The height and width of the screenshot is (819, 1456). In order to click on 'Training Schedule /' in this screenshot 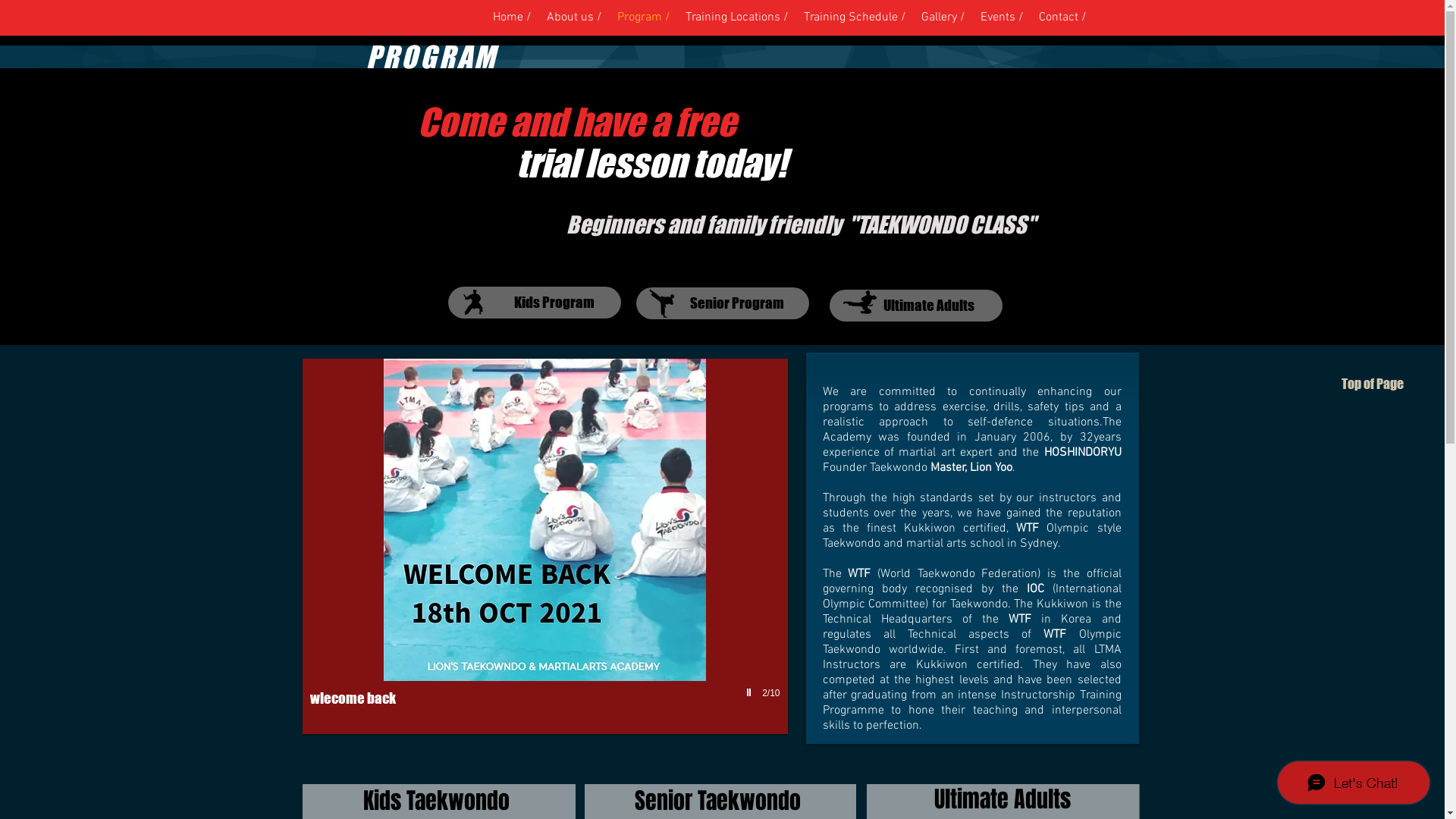, I will do `click(855, 17)`.